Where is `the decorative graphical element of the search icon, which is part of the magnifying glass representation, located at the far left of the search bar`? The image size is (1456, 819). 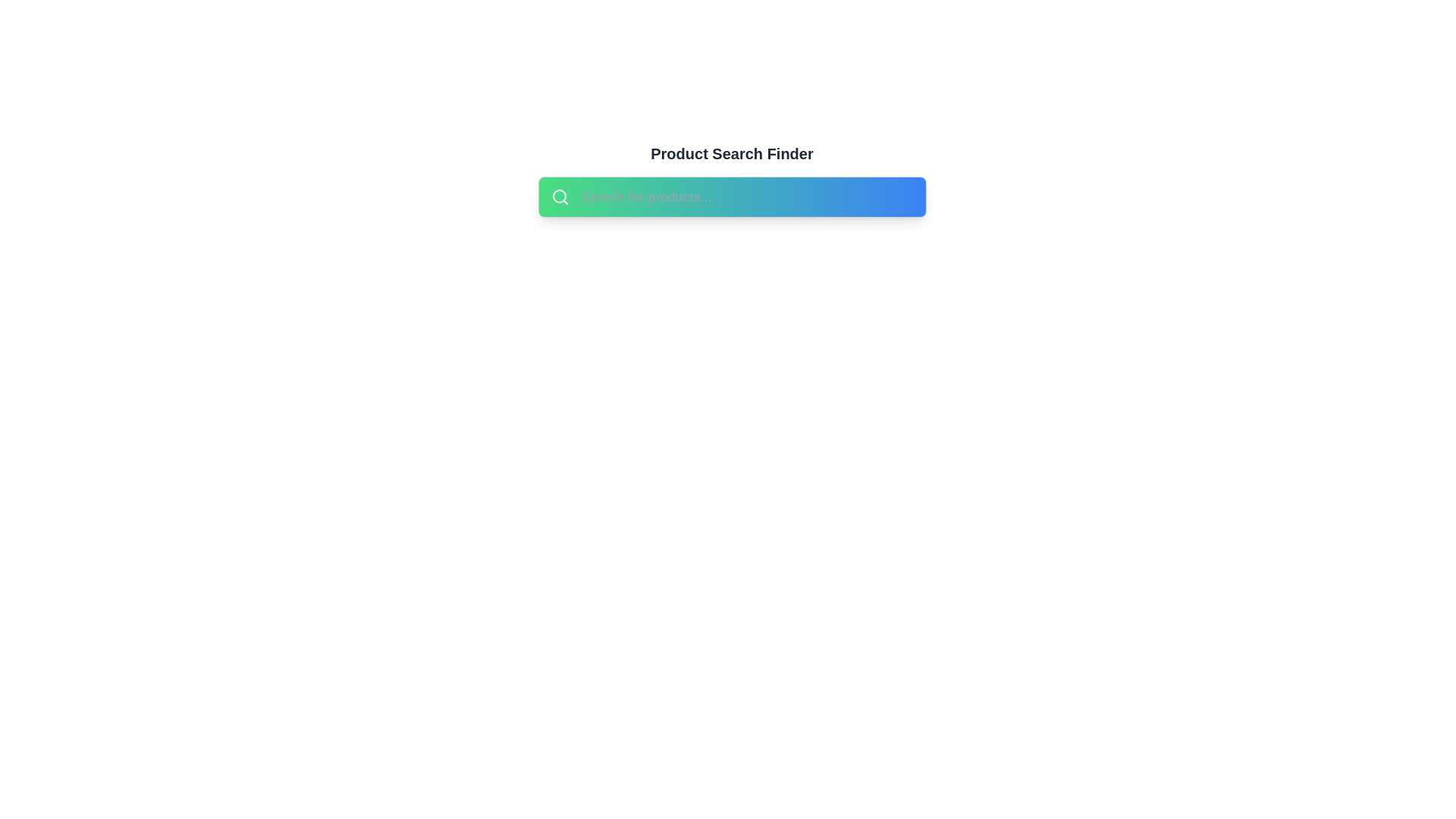
the decorative graphical element of the search icon, which is part of the magnifying glass representation, located at the far left of the search bar is located at coordinates (558, 195).